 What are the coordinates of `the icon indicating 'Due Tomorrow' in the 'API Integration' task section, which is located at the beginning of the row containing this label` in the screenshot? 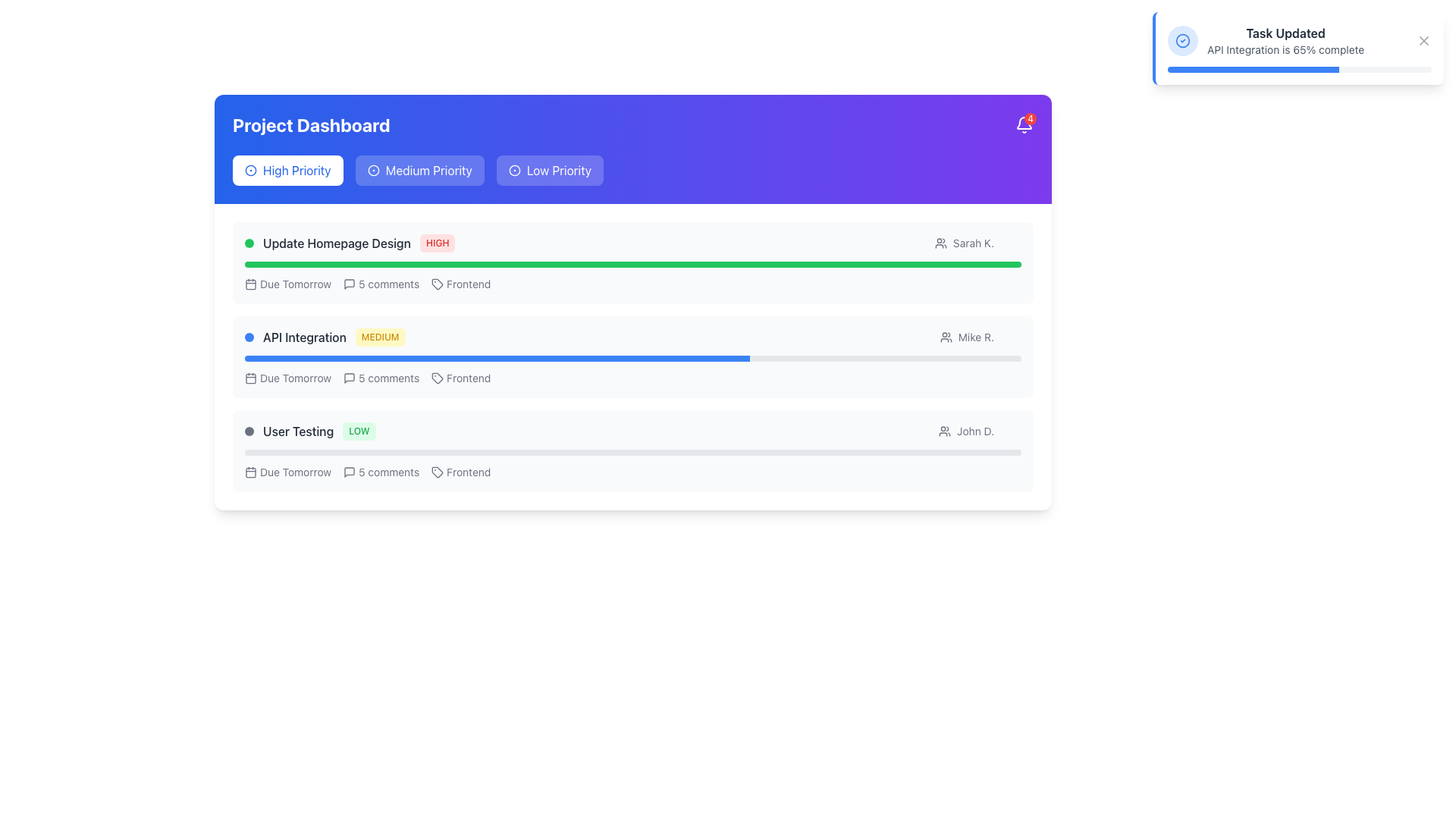 It's located at (251, 377).